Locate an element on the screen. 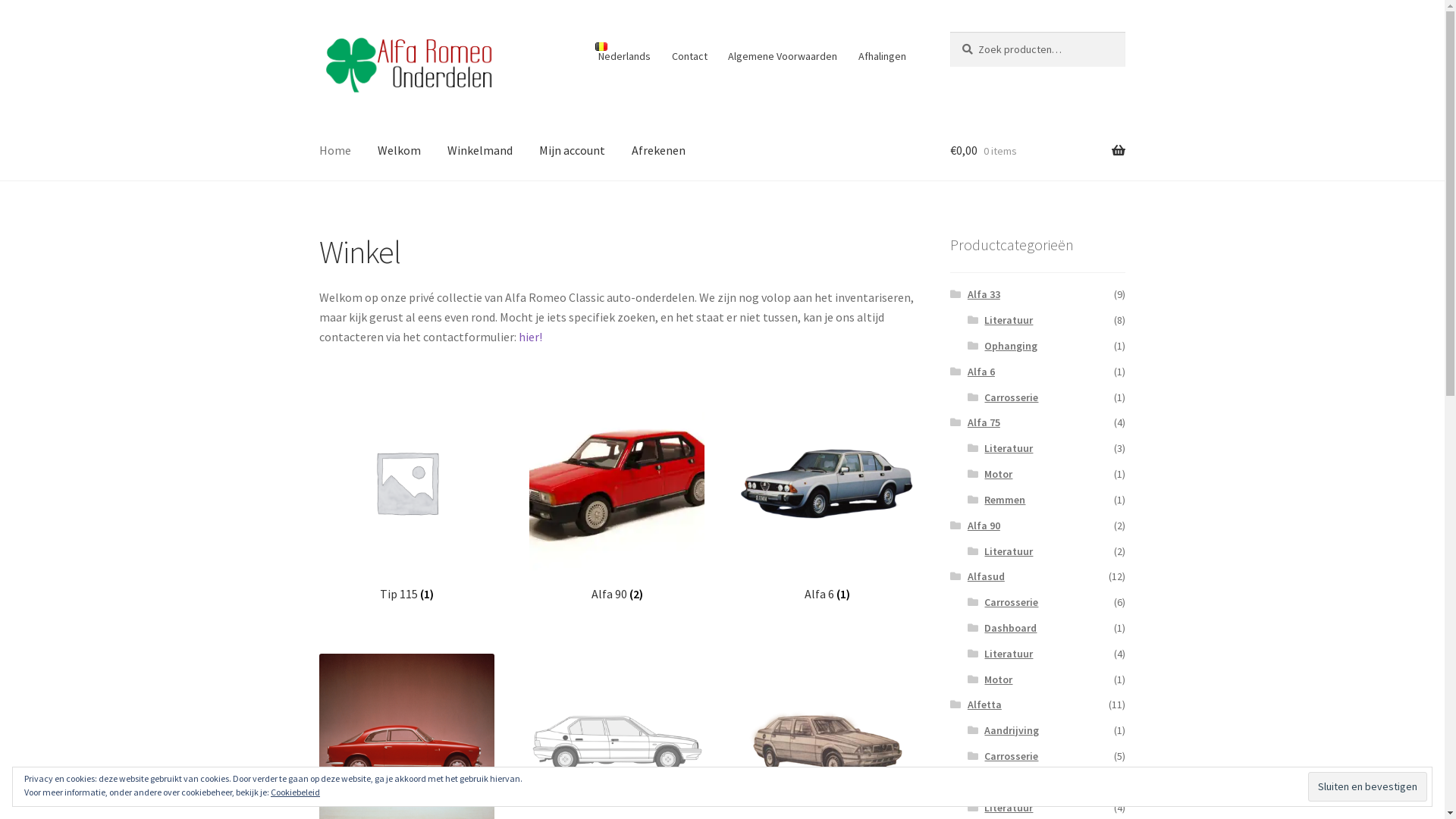 This screenshot has height=819, width=1456. 'Skip to navigation' is located at coordinates (318, 31).